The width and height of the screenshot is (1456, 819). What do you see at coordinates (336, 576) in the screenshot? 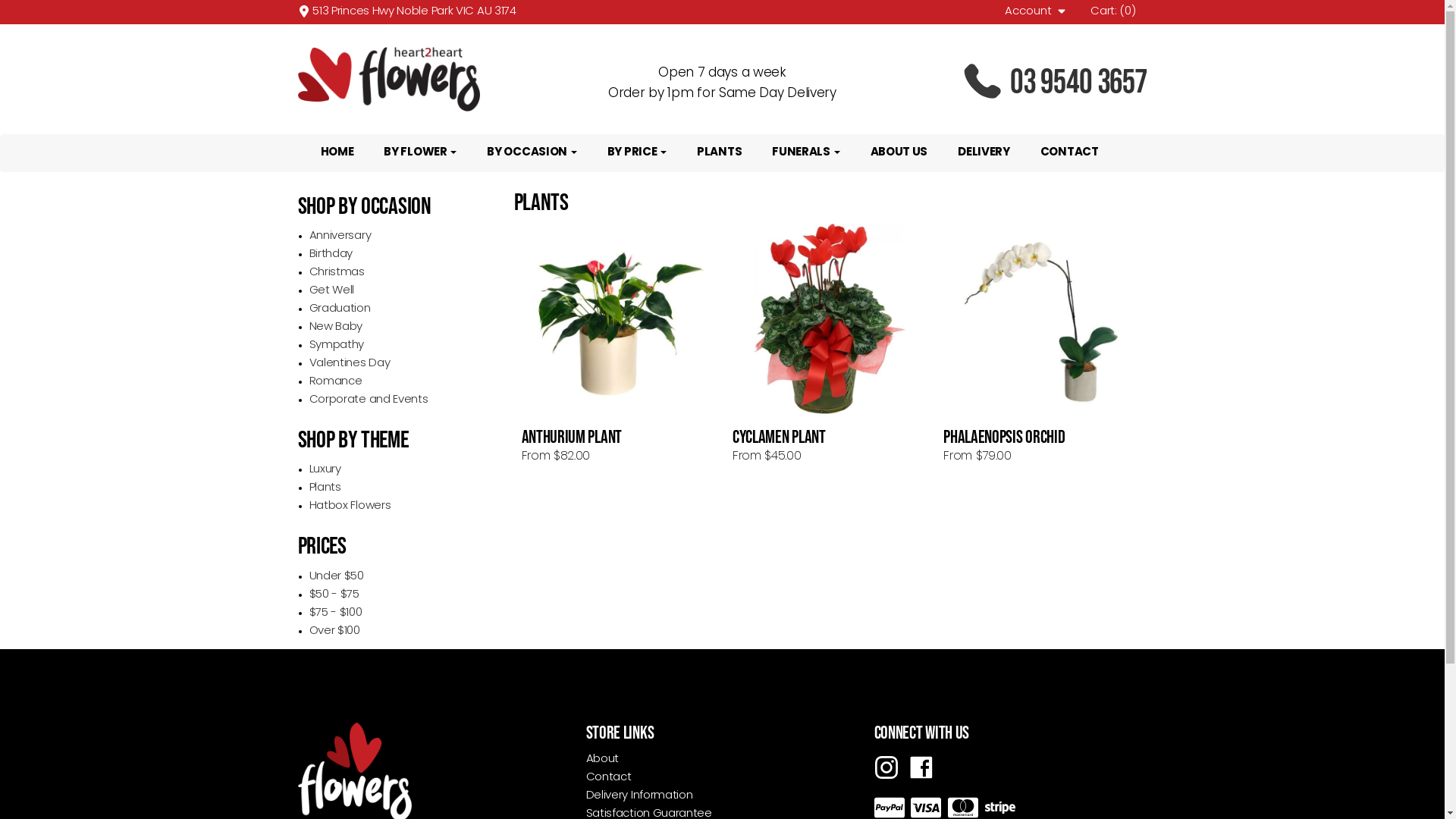
I see `'Under $50'` at bounding box center [336, 576].